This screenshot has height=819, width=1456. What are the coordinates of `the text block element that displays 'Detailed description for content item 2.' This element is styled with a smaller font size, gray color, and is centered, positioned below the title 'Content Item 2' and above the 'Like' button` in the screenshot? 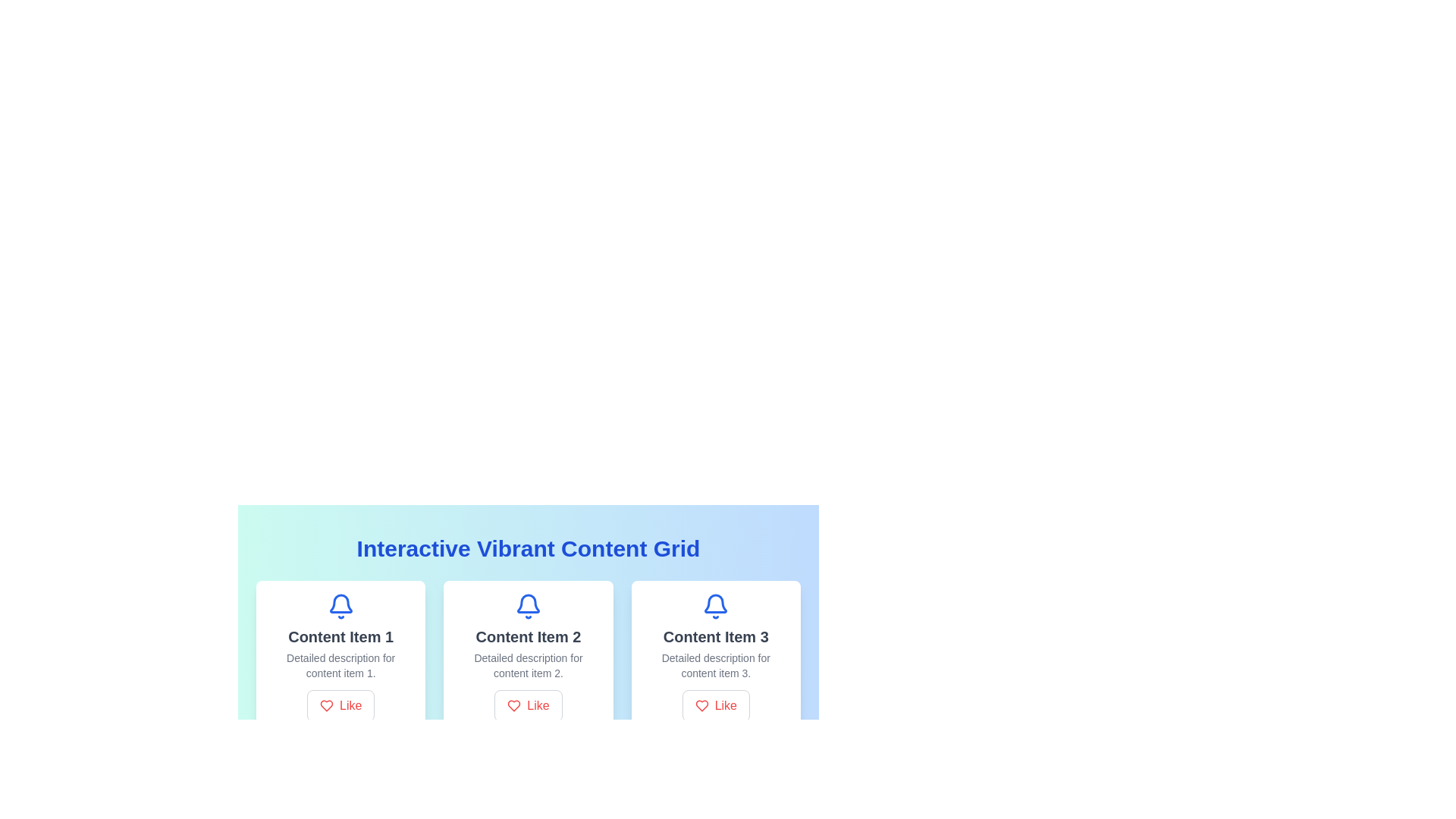 It's located at (528, 665).